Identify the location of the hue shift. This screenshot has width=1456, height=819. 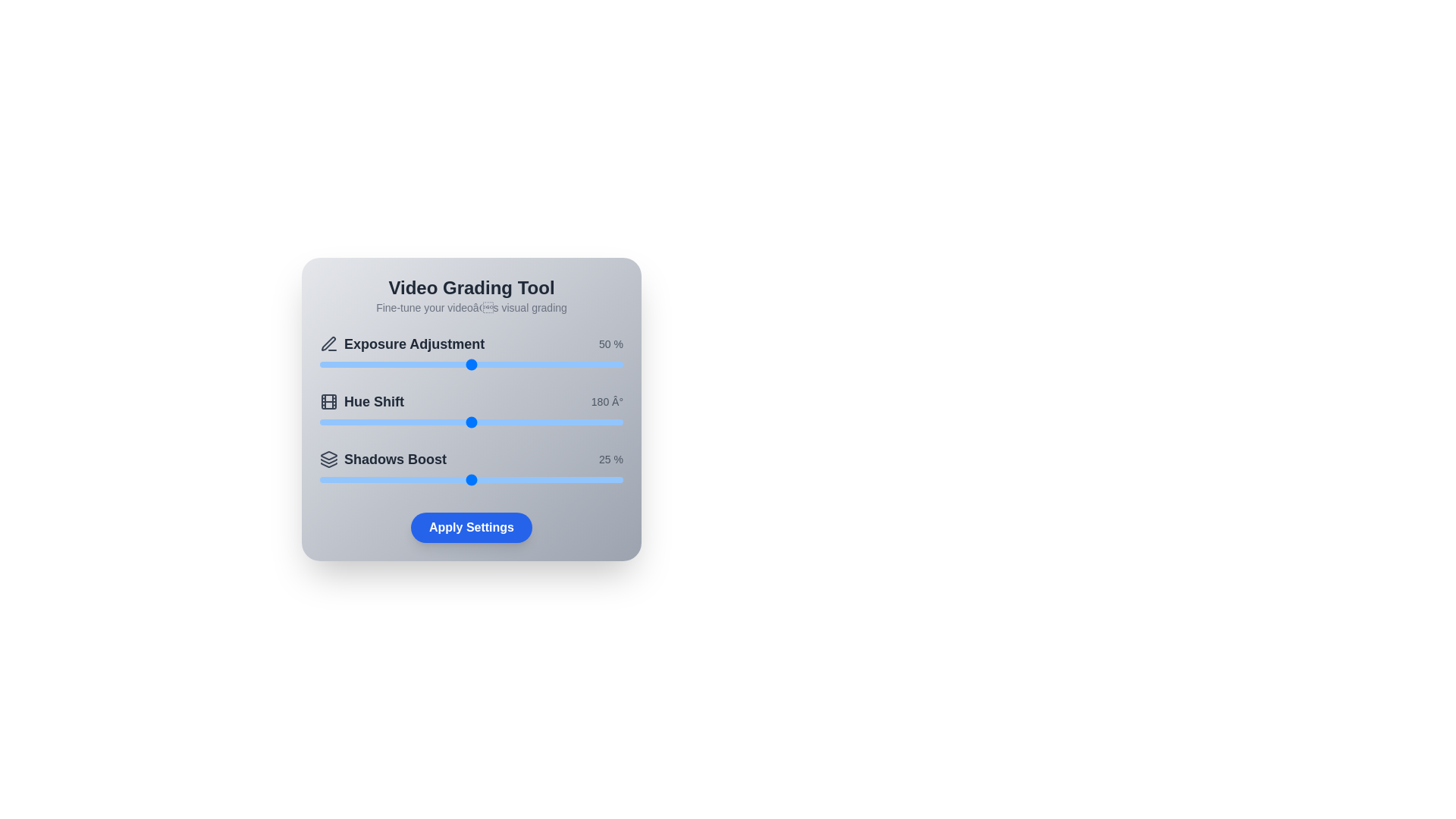
(536, 422).